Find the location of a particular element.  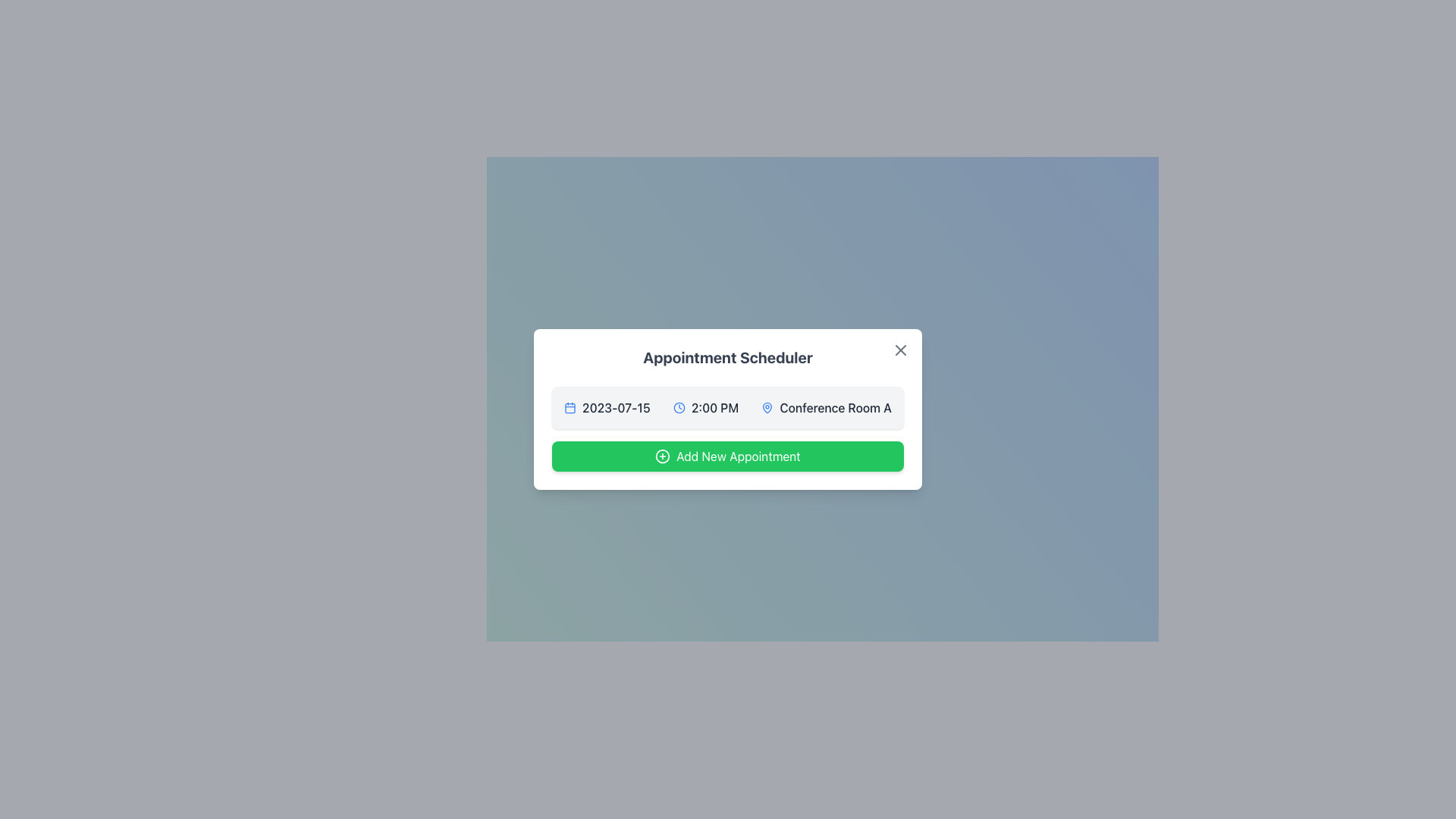

the circular outline icon inside the 'Add New Appointment' button, which is visualized with a green stroke and a cross symbol is located at coordinates (663, 455).